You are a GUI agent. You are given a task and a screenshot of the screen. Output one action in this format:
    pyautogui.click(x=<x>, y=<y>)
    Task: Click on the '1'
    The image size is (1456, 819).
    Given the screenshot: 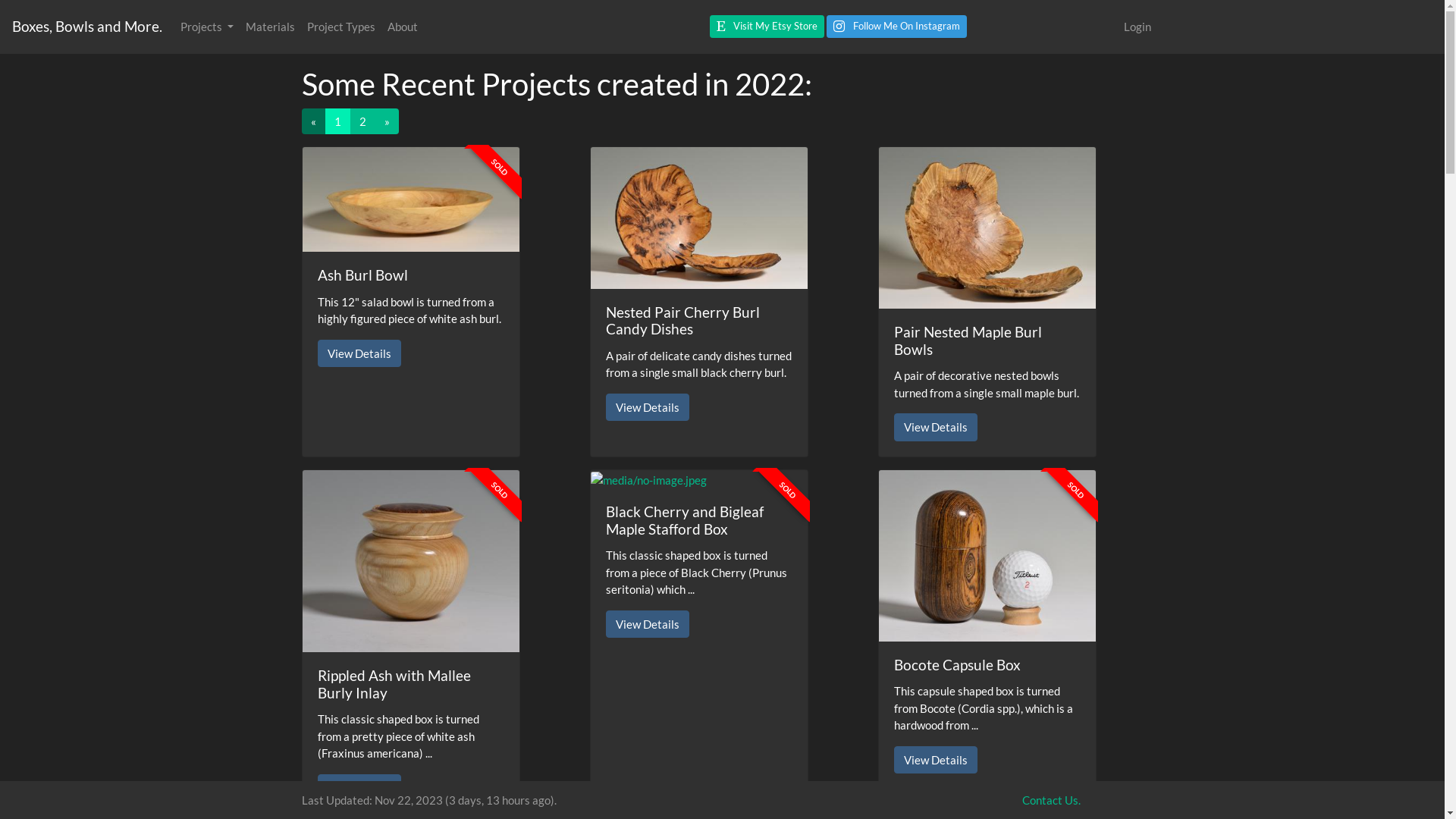 What is the action you would take?
    pyautogui.click(x=323, y=120)
    